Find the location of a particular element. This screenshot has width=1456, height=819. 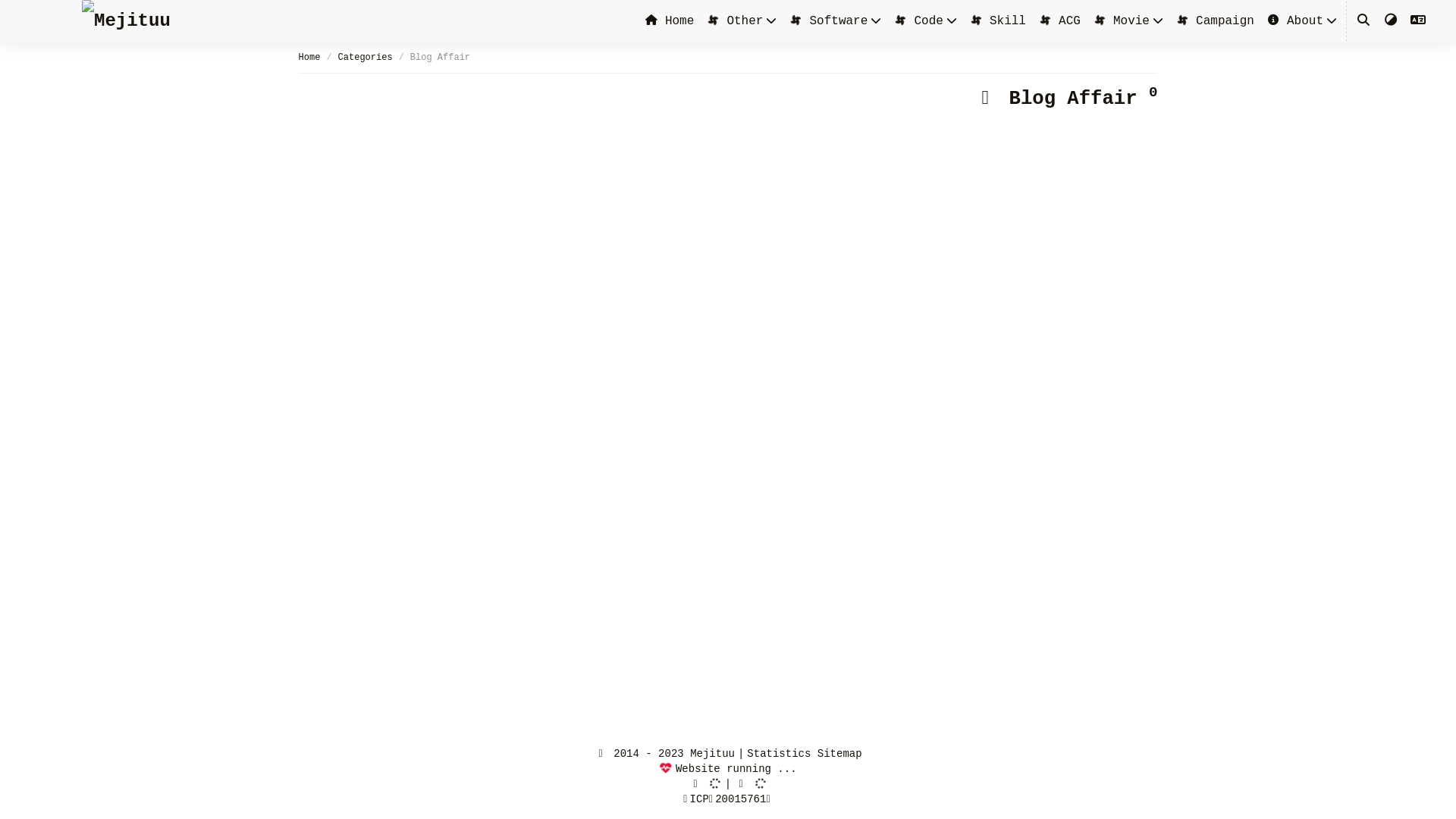

'Switch Theme' is located at coordinates (1390, 20).